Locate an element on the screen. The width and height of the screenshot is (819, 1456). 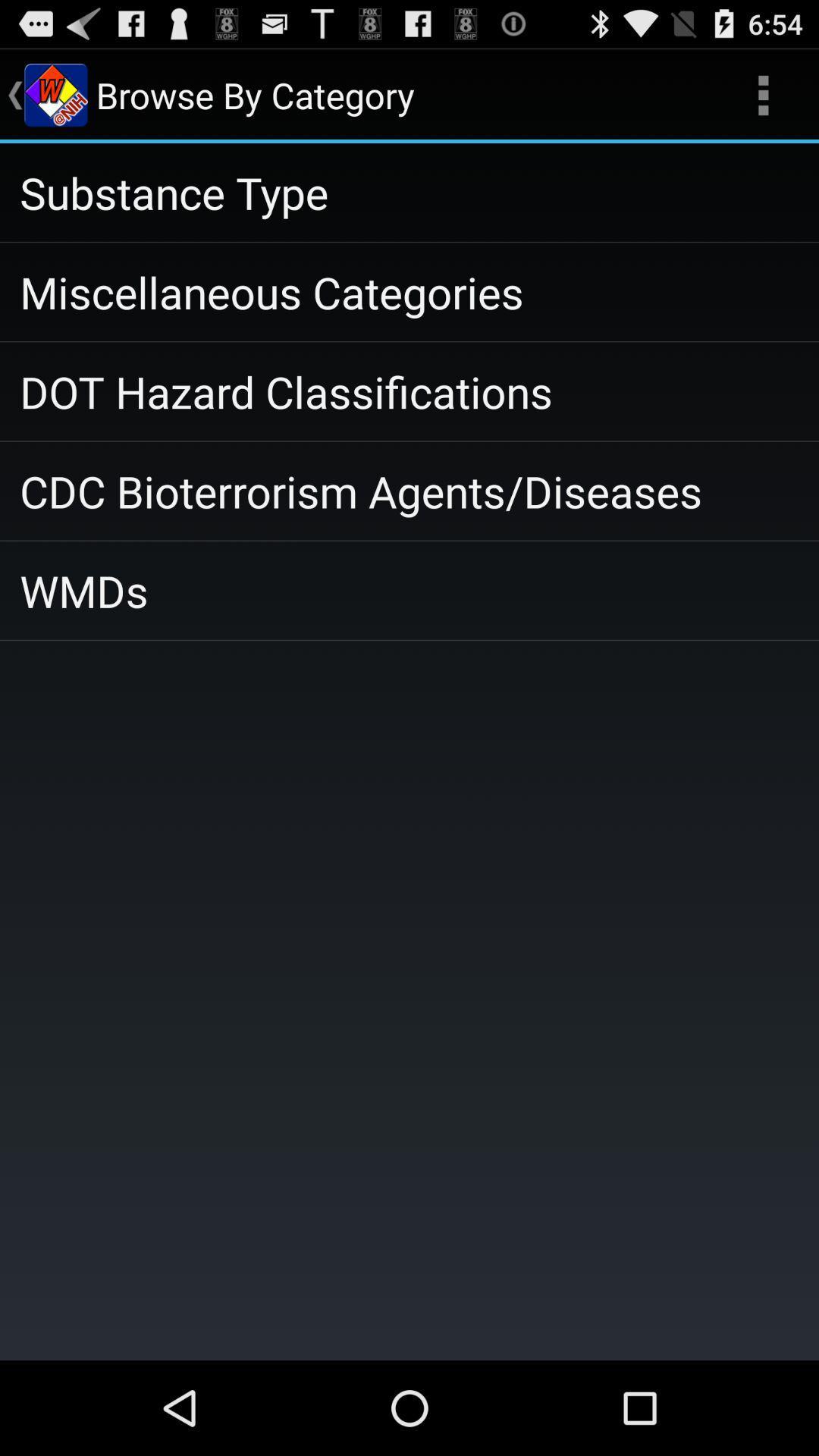
the app to the right of browse by category item is located at coordinates (763, 94).